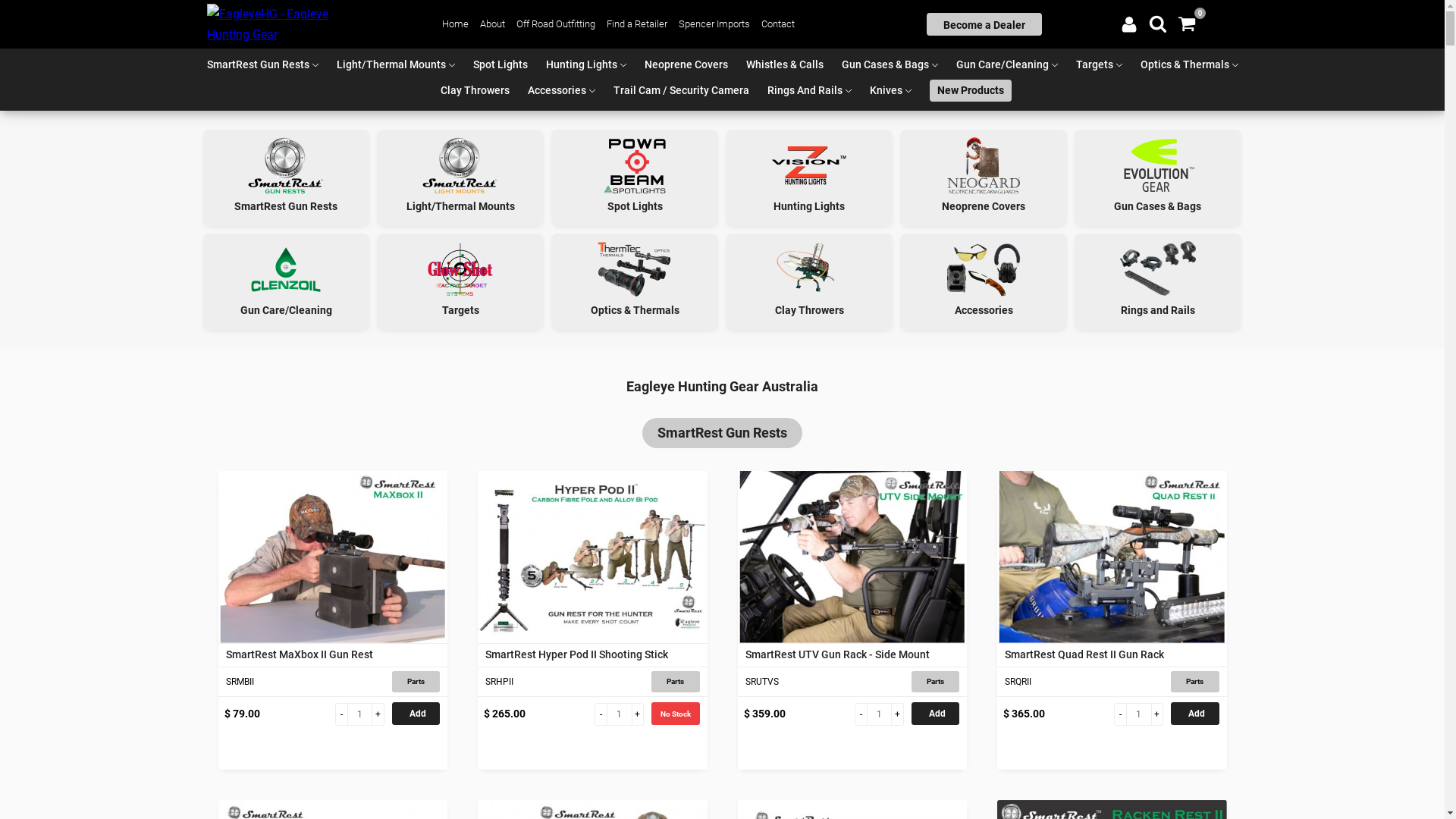 This screenshot has height=819, width=1456. What do you see at coordinates (984, 24) in the screenshot?
I see `'Become a Dealer'` at bounding box center [984, 24].